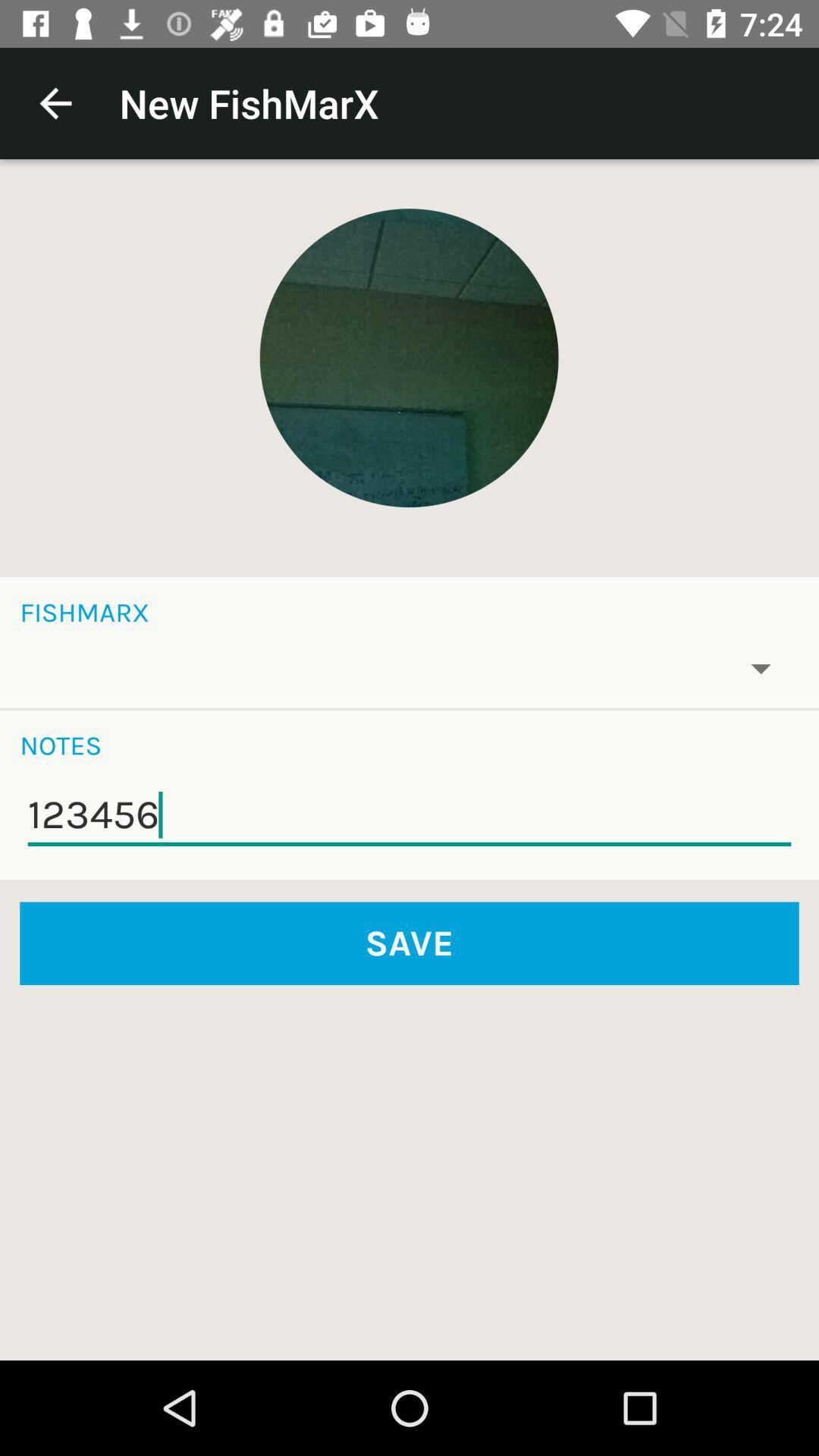 This screenshot has height=1456, width=819. I want to click on the save, so click(409, 943).